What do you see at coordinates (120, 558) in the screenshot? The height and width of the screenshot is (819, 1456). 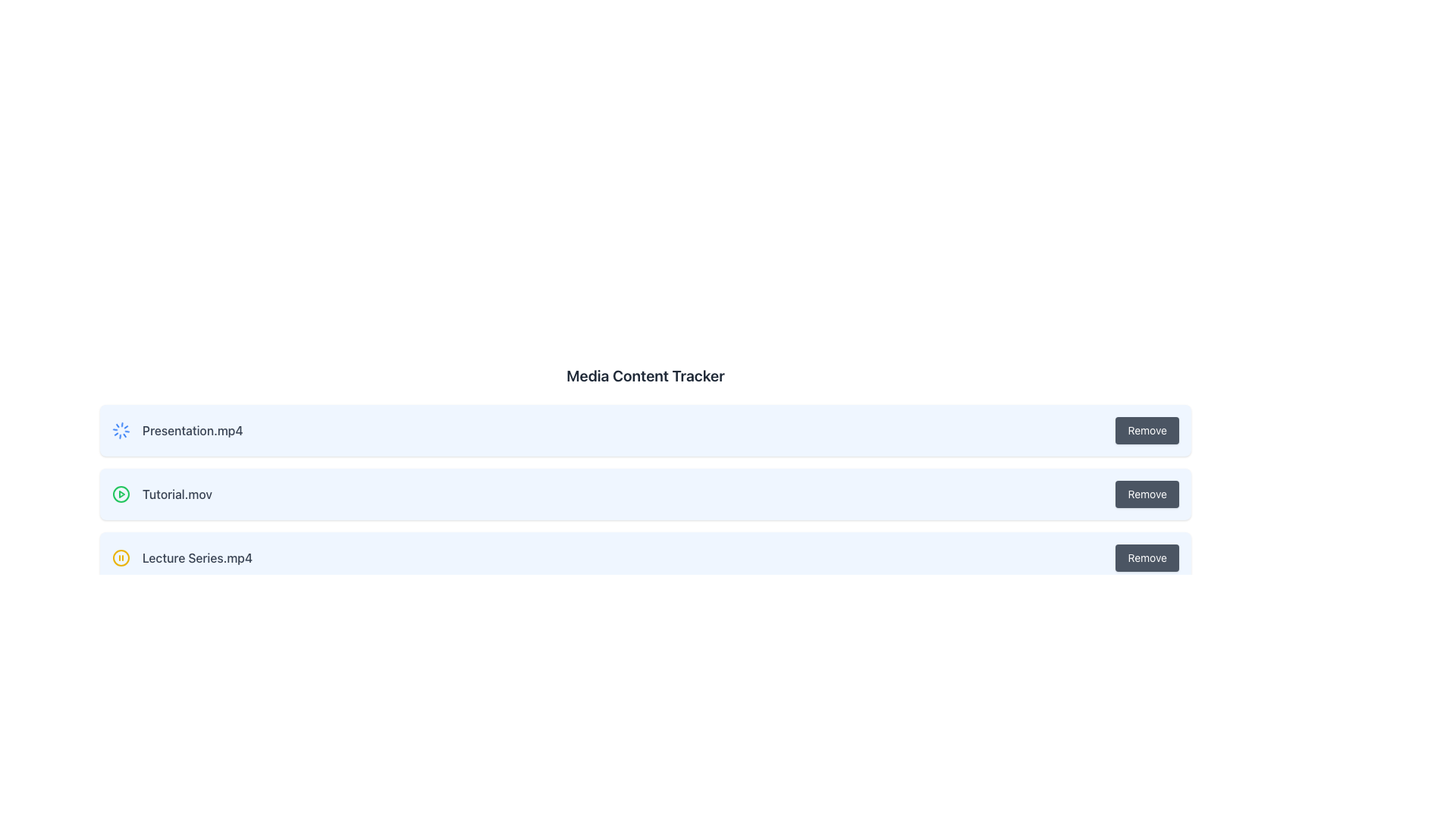 I see `the pause icon located to the left of 'Lecture Series.mp4' in the third row of the list in the tracker interface` at bounding box center [120, 558].